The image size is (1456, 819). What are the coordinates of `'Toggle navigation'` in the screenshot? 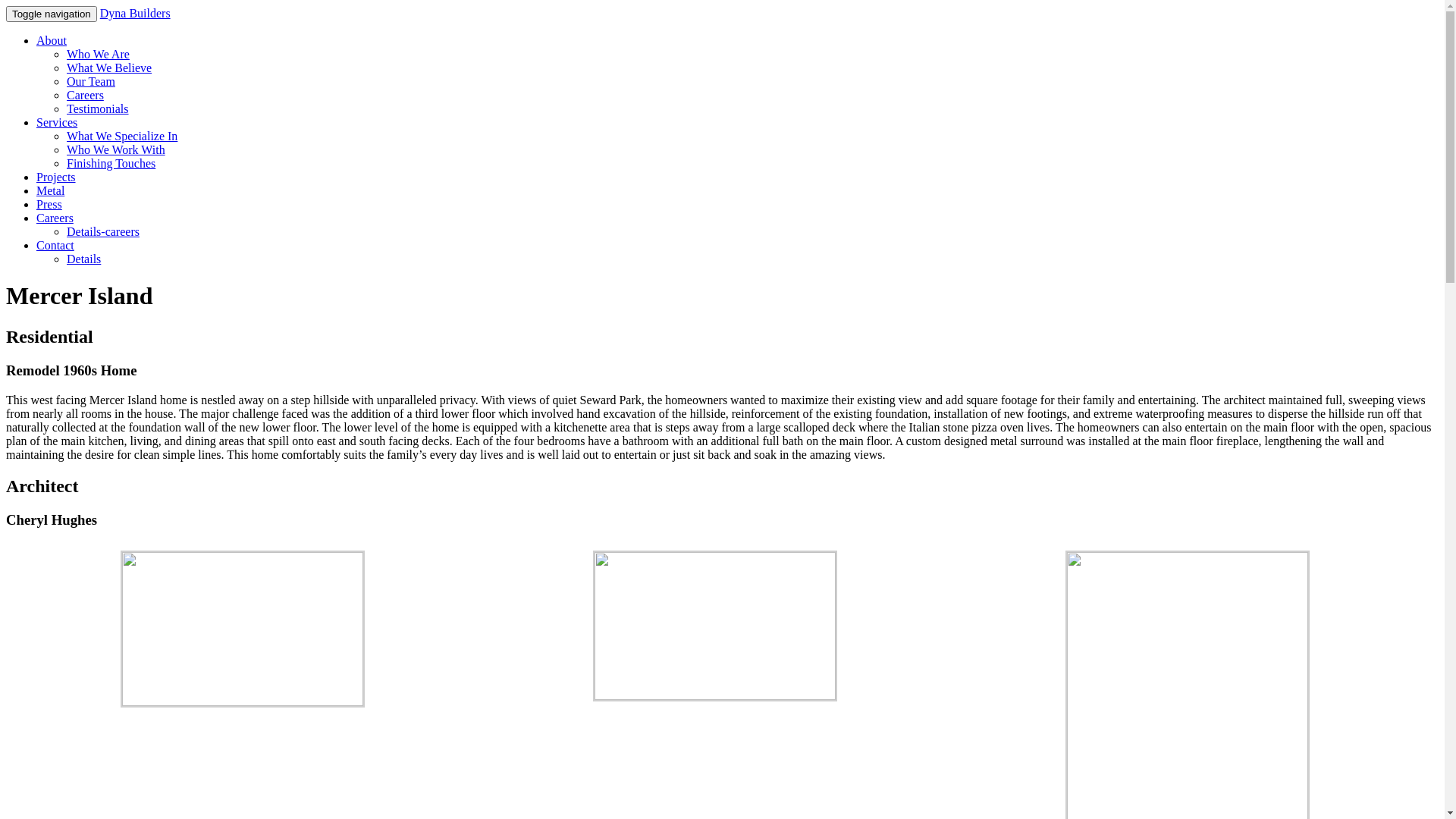 It's located at (51, 14).